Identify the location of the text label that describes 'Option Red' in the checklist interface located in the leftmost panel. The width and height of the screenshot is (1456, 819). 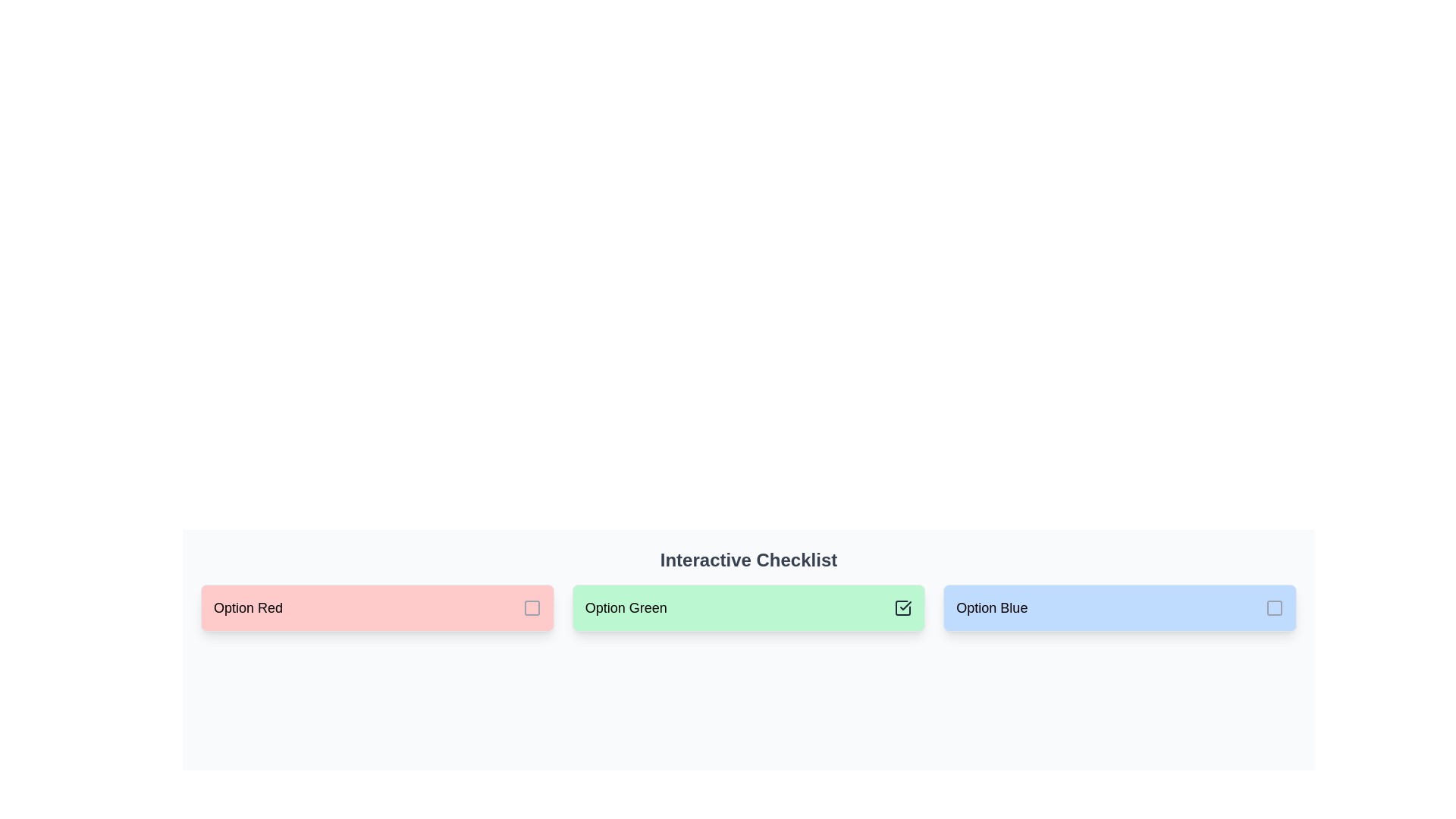
(248, 607).